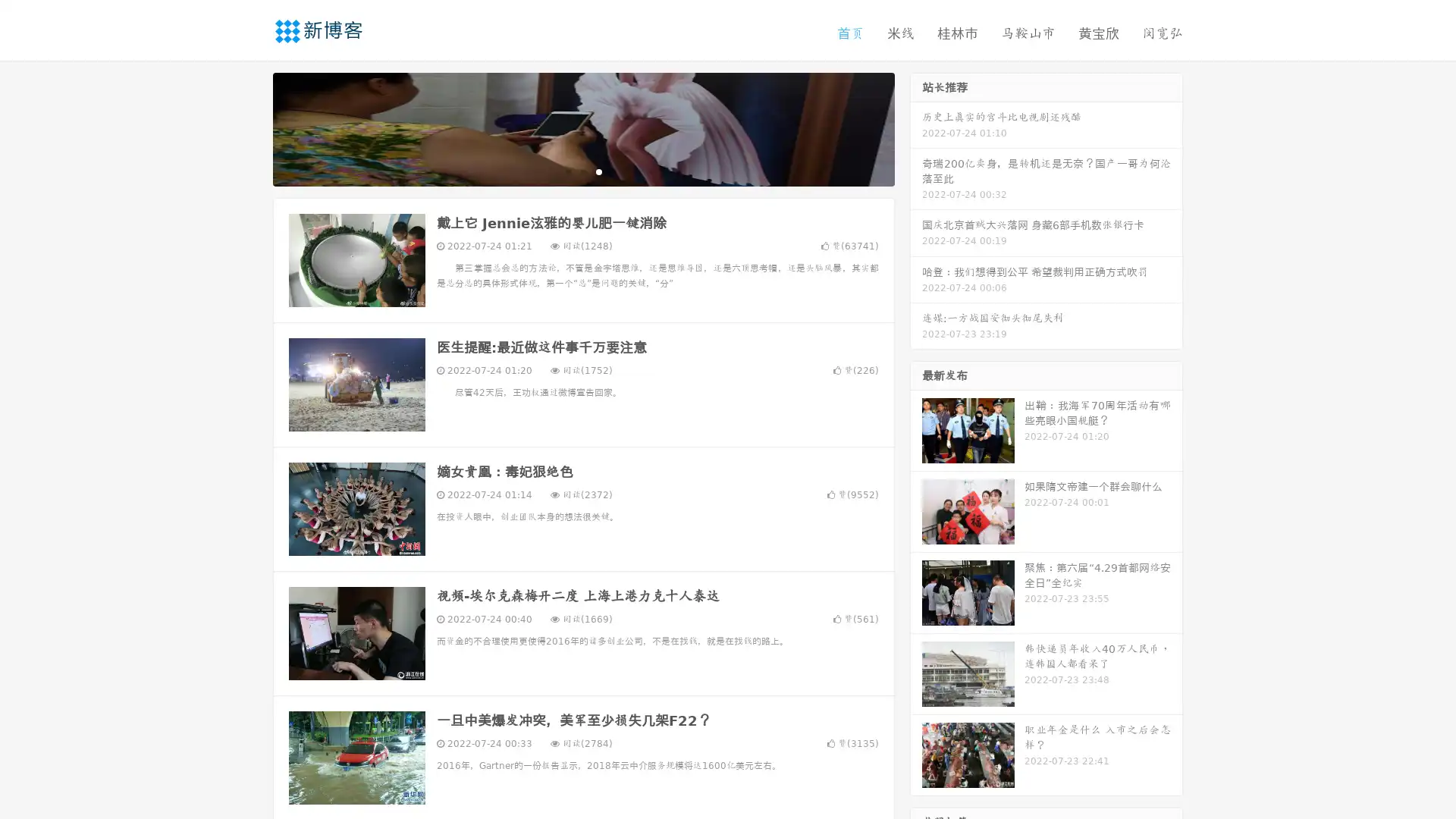  Describe the element at coordinates (916, 127) in the screenshot. I see `Next slide` at that location.